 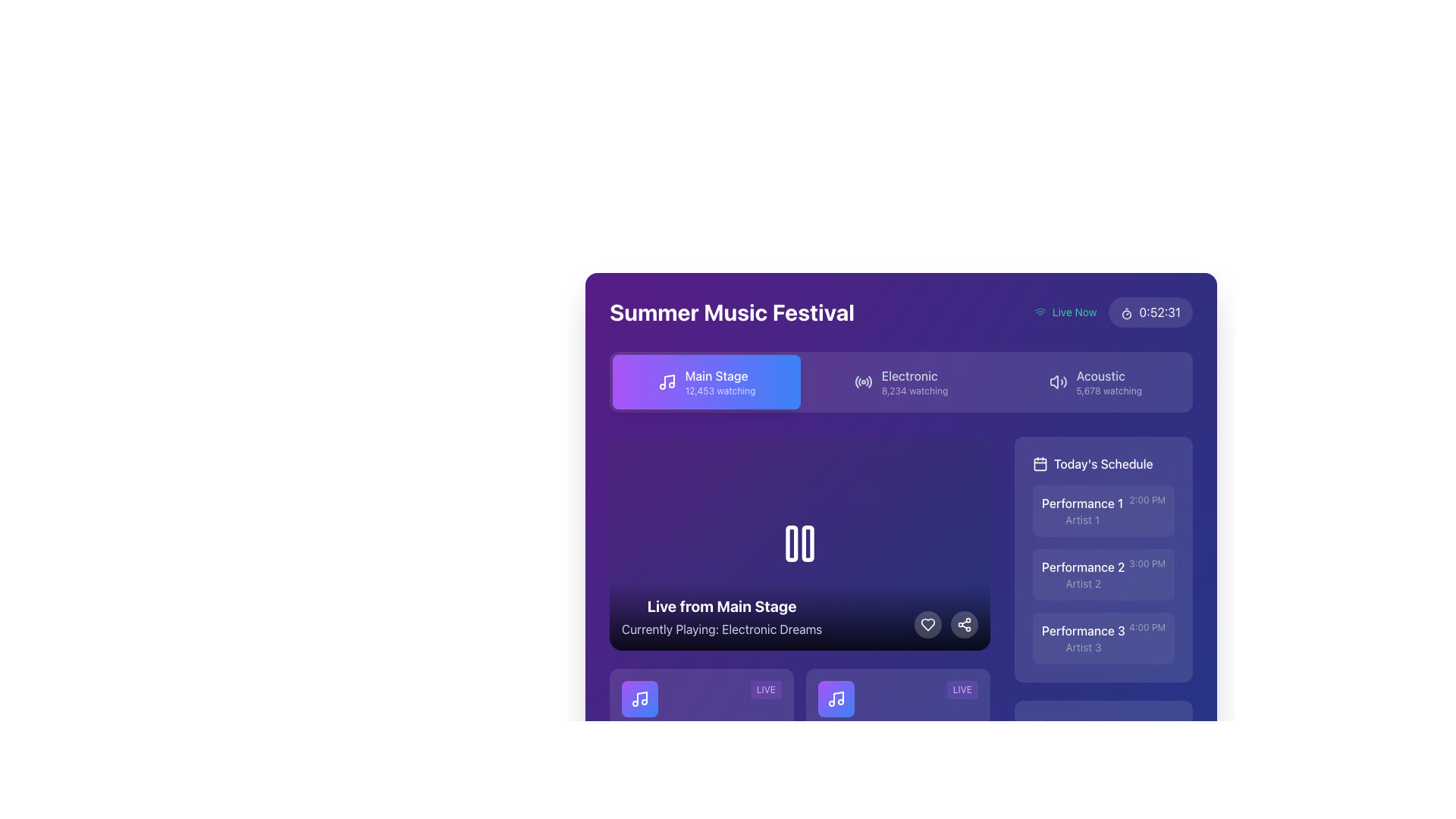 What do you see at coordinates (946, 625) in the screenshot?
I see `the share icon in the group of two circular interactive buttons located at the bottom-right side of the 'Live from Main Stage' section, adjacent to the text 'Currently Playing: Electronic Dreams'` at bounding box center [946, 625].